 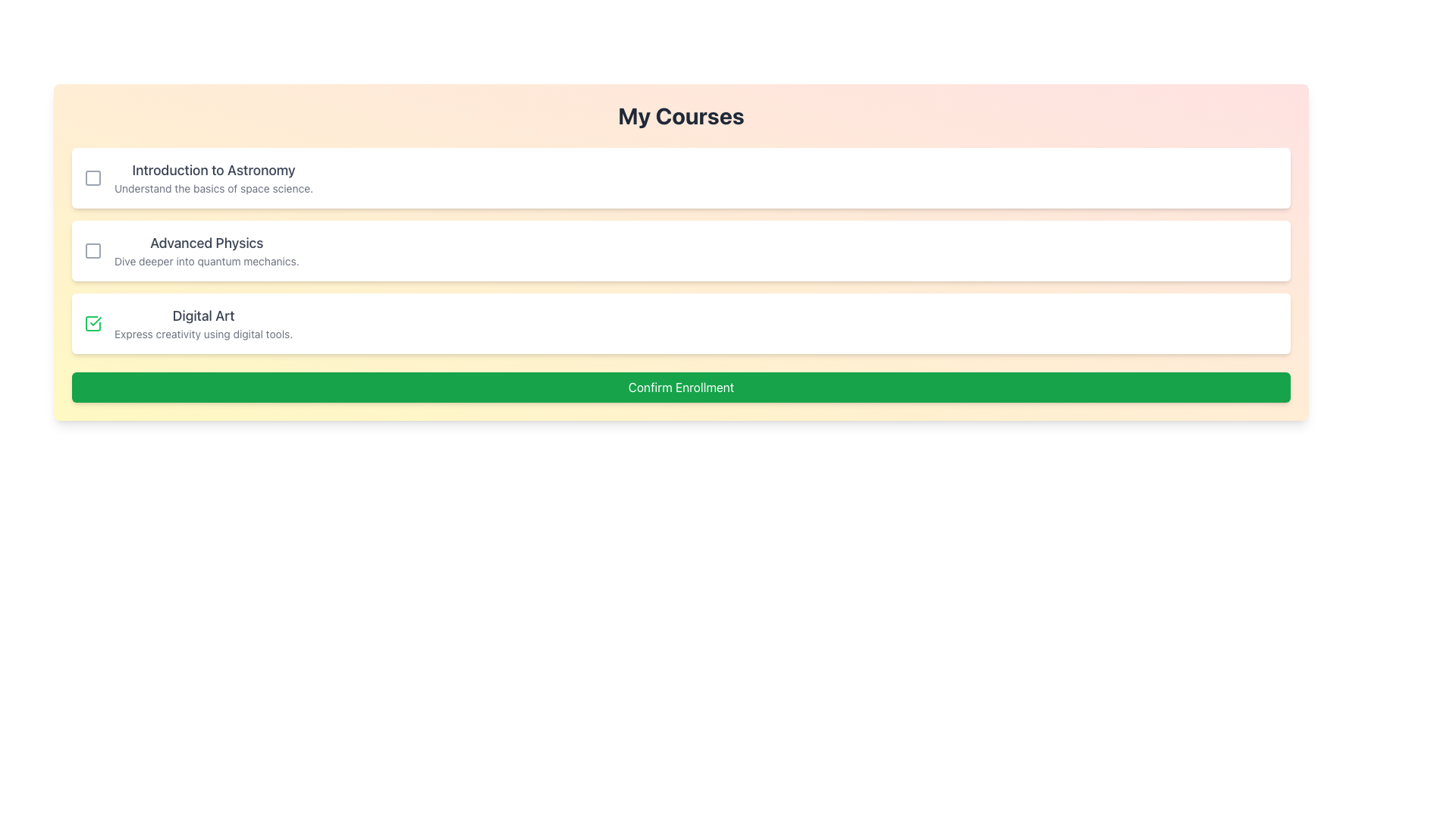 I want to click on the text element that states 'Understand the basics of space science', which is styled in a smaller gray font and located directly below the header 'Introduction to Astronomy' in the 'My Courses' layout, so click(x=213, y=188).